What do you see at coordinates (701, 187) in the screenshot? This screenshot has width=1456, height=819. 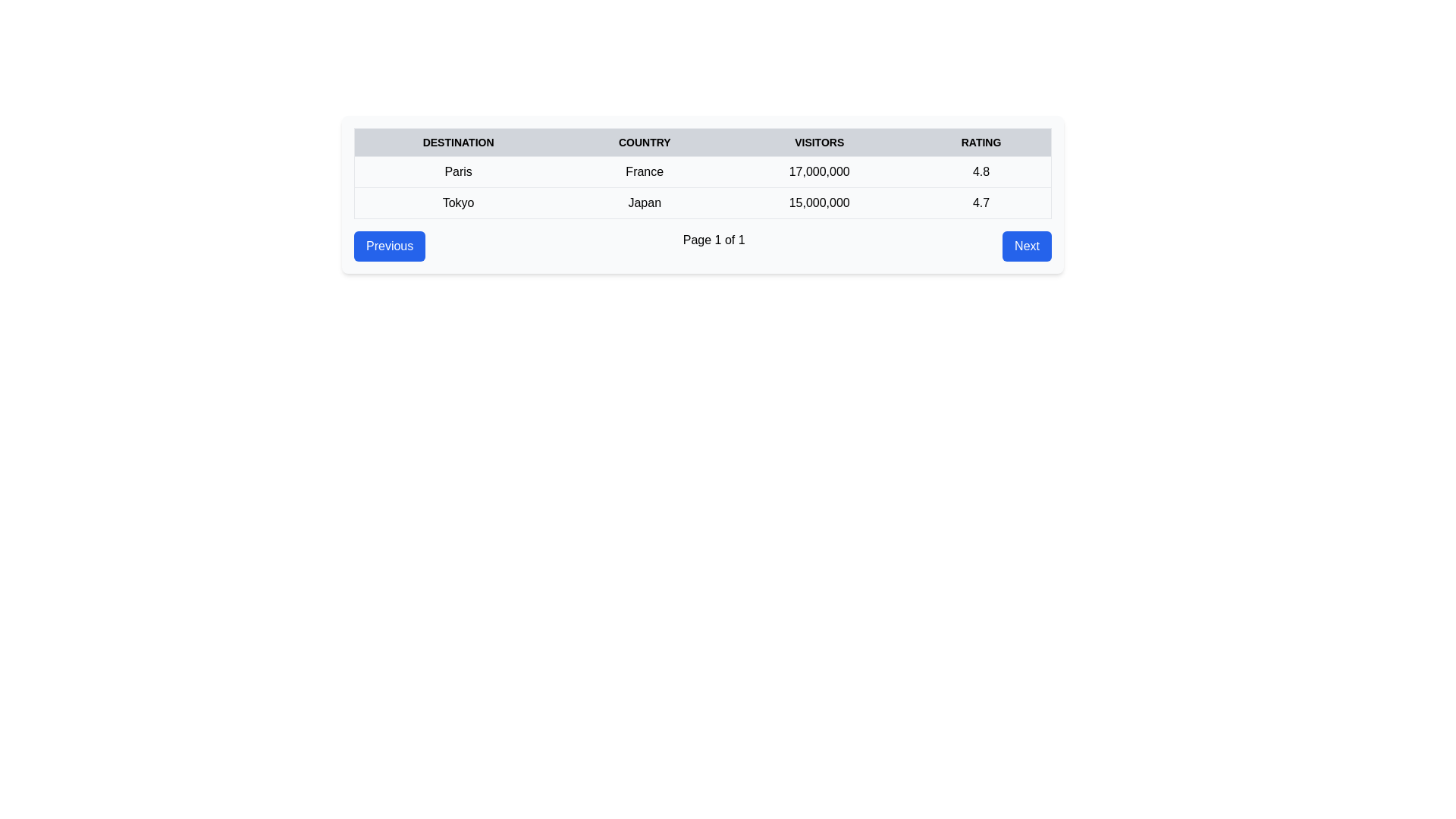 I see `the table rows displaying destination information, which includes country, visitor count, and rating` at bounding box center [701, 187].